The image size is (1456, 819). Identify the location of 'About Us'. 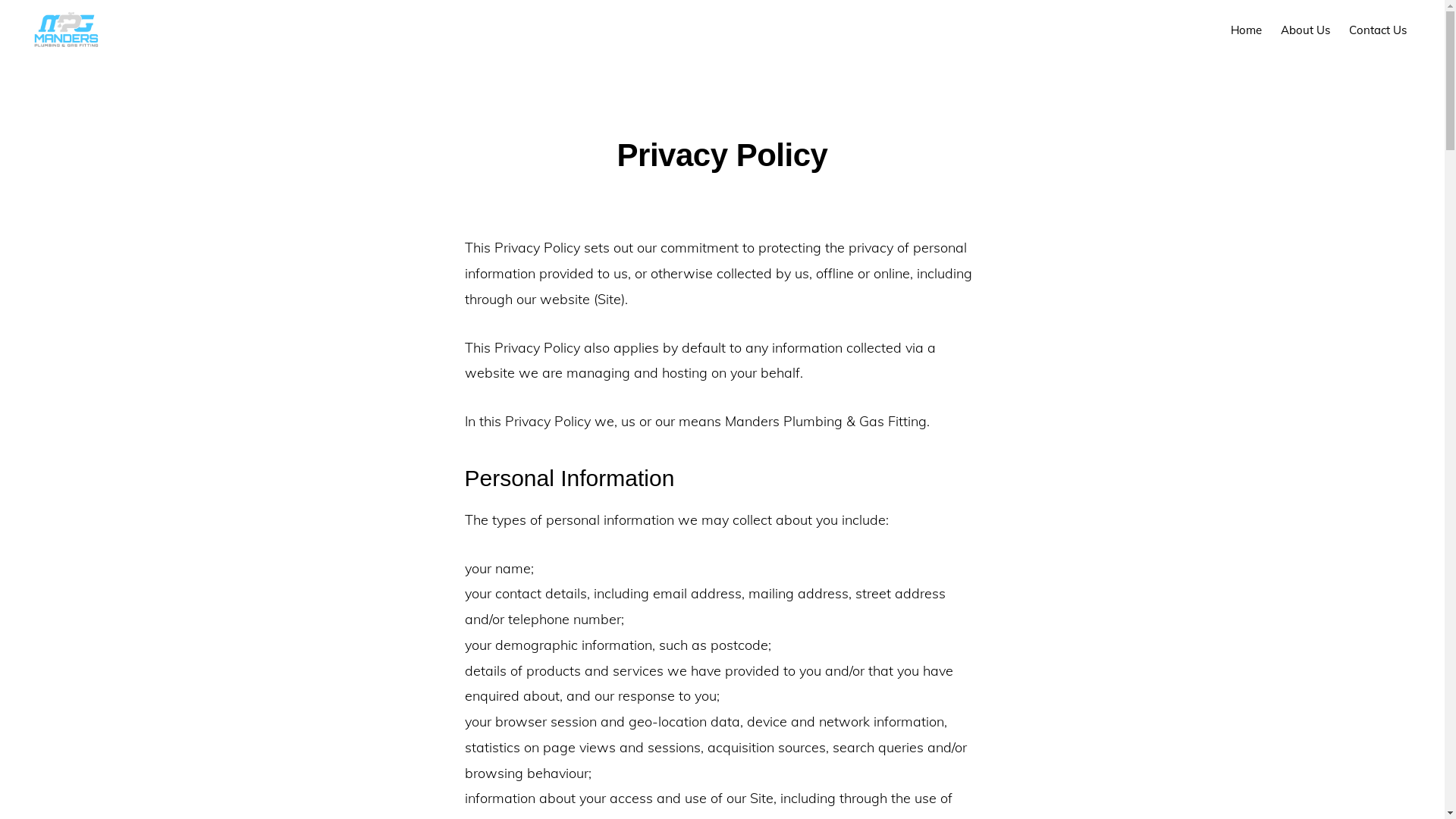
(1304, 30).